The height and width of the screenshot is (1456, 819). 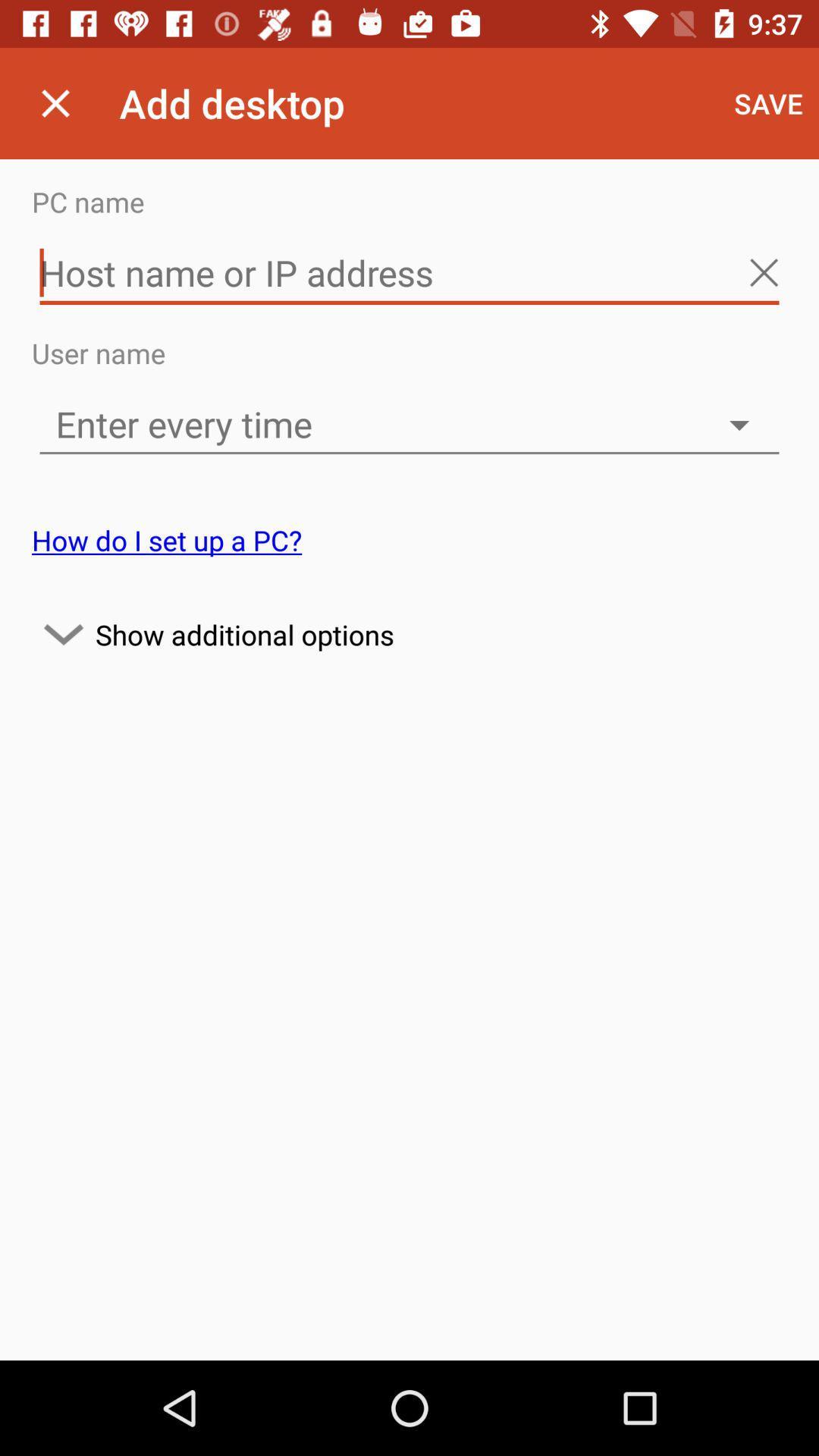 I want to click on the how do i icon, so click(x=167, y=540).